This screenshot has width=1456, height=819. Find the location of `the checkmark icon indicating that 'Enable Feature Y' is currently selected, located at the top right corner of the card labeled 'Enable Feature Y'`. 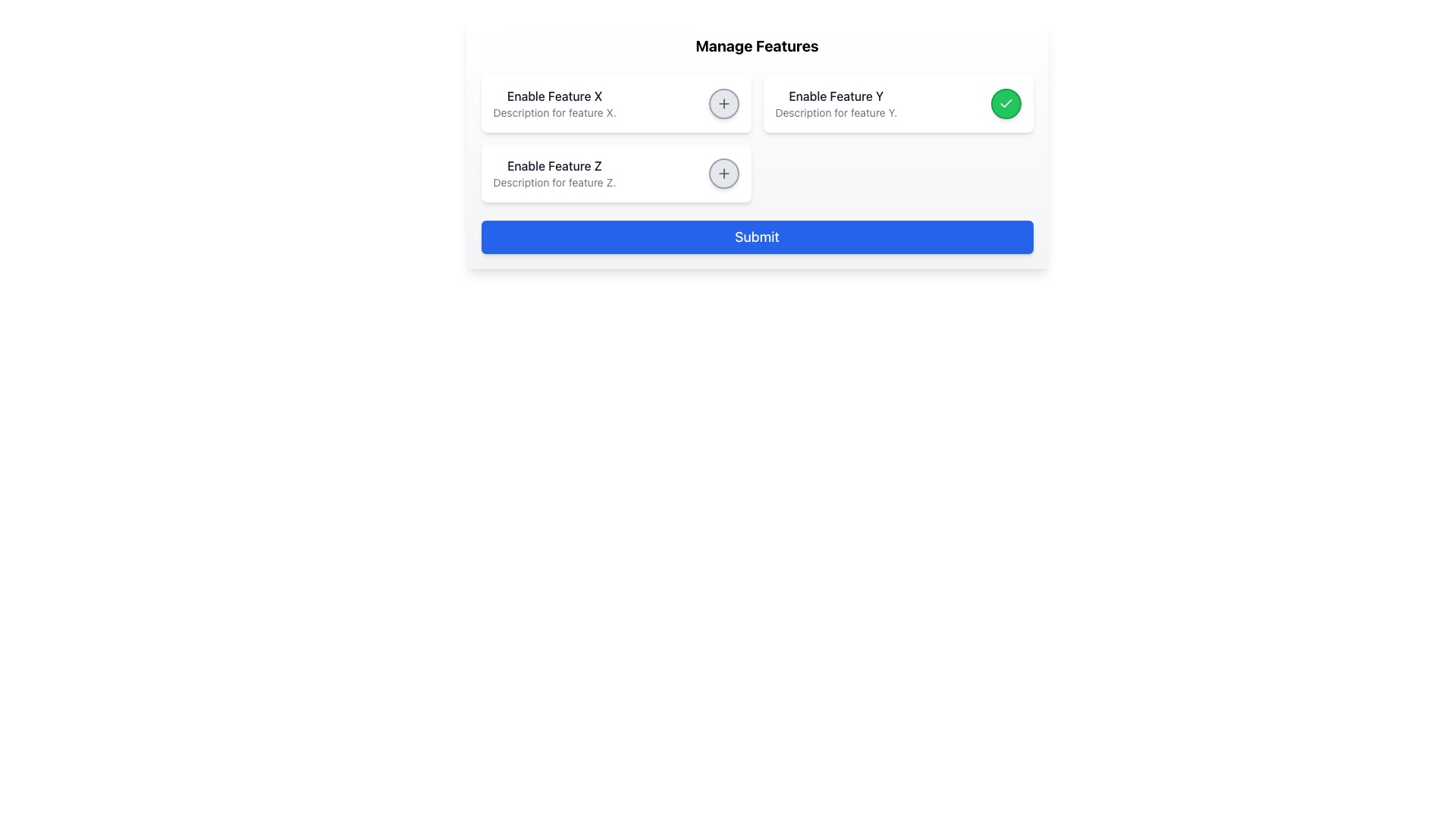

the checkmark icon indicating that 'Enable Feature Y' is currently selected, located at the top right corner of the card labeled 'Enable Feature Y' is located at coordinates (1006, 103).